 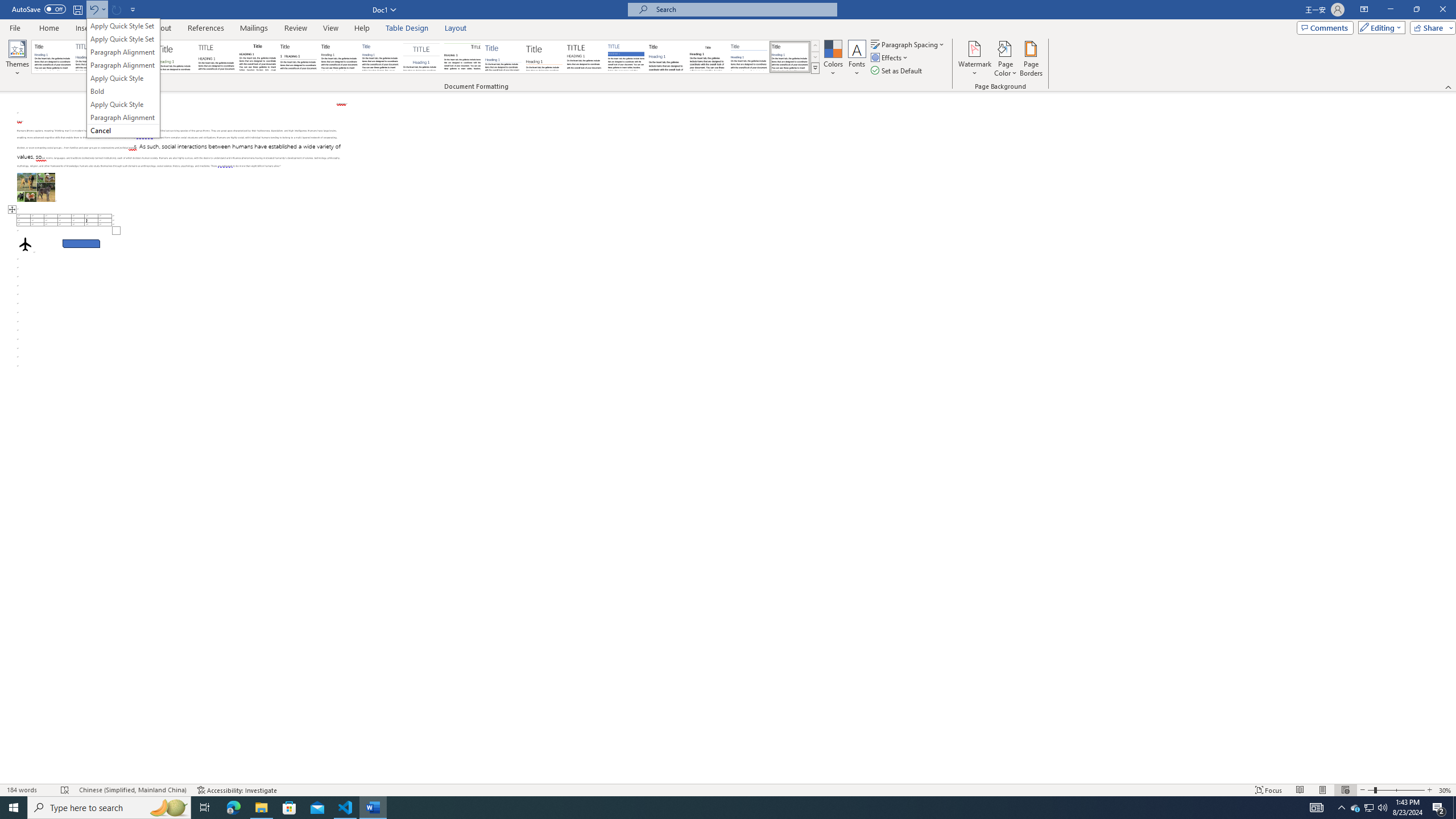 I want to click on 'Lines (Stylish)', so click(x=544, y=56).